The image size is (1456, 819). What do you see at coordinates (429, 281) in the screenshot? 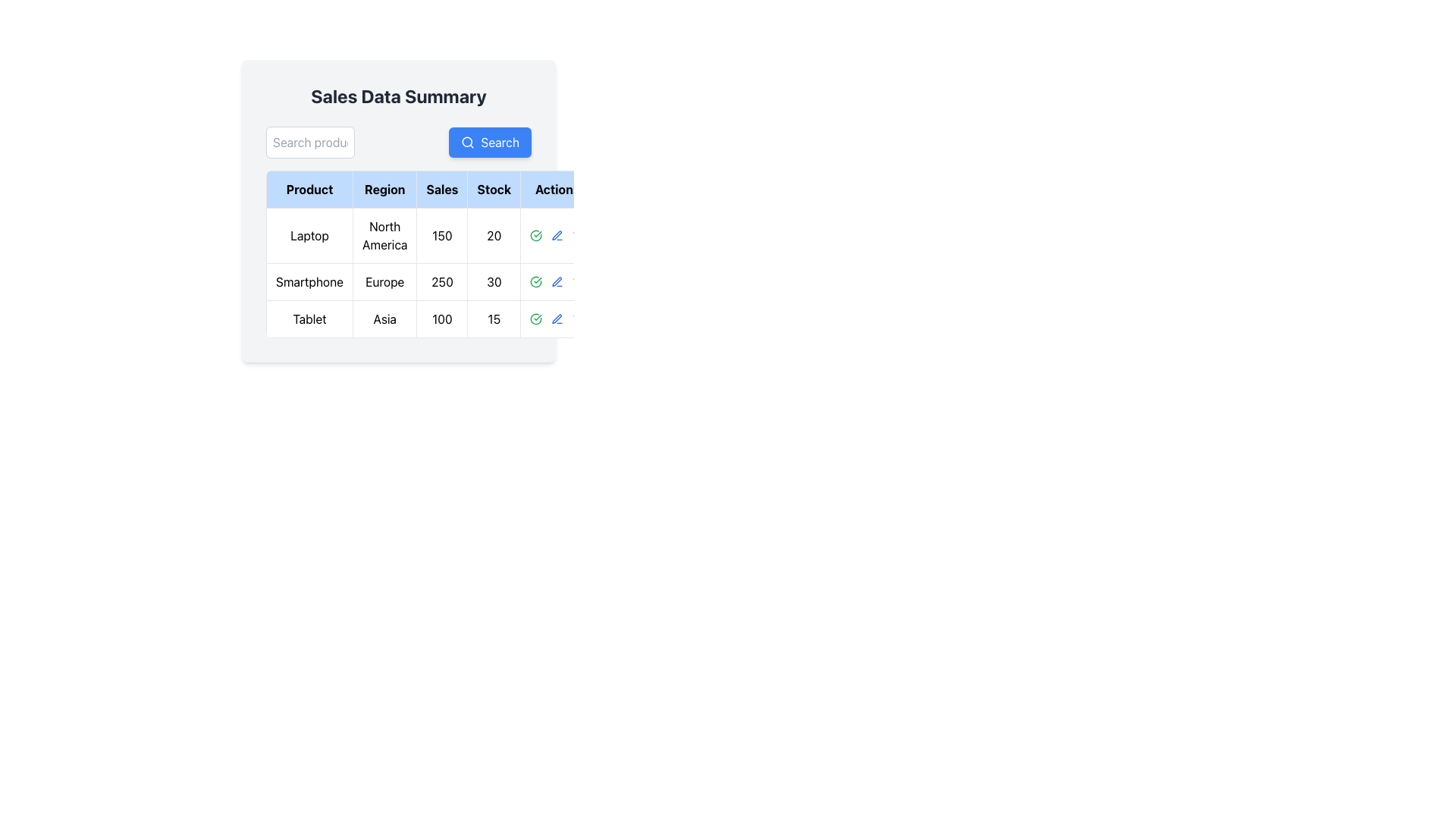
I see `the second row in the 'Sales Data Summary' table that displays sales data for a product, which includes the name, region, sales figure, and stock count` at bounding box center [429, 281].